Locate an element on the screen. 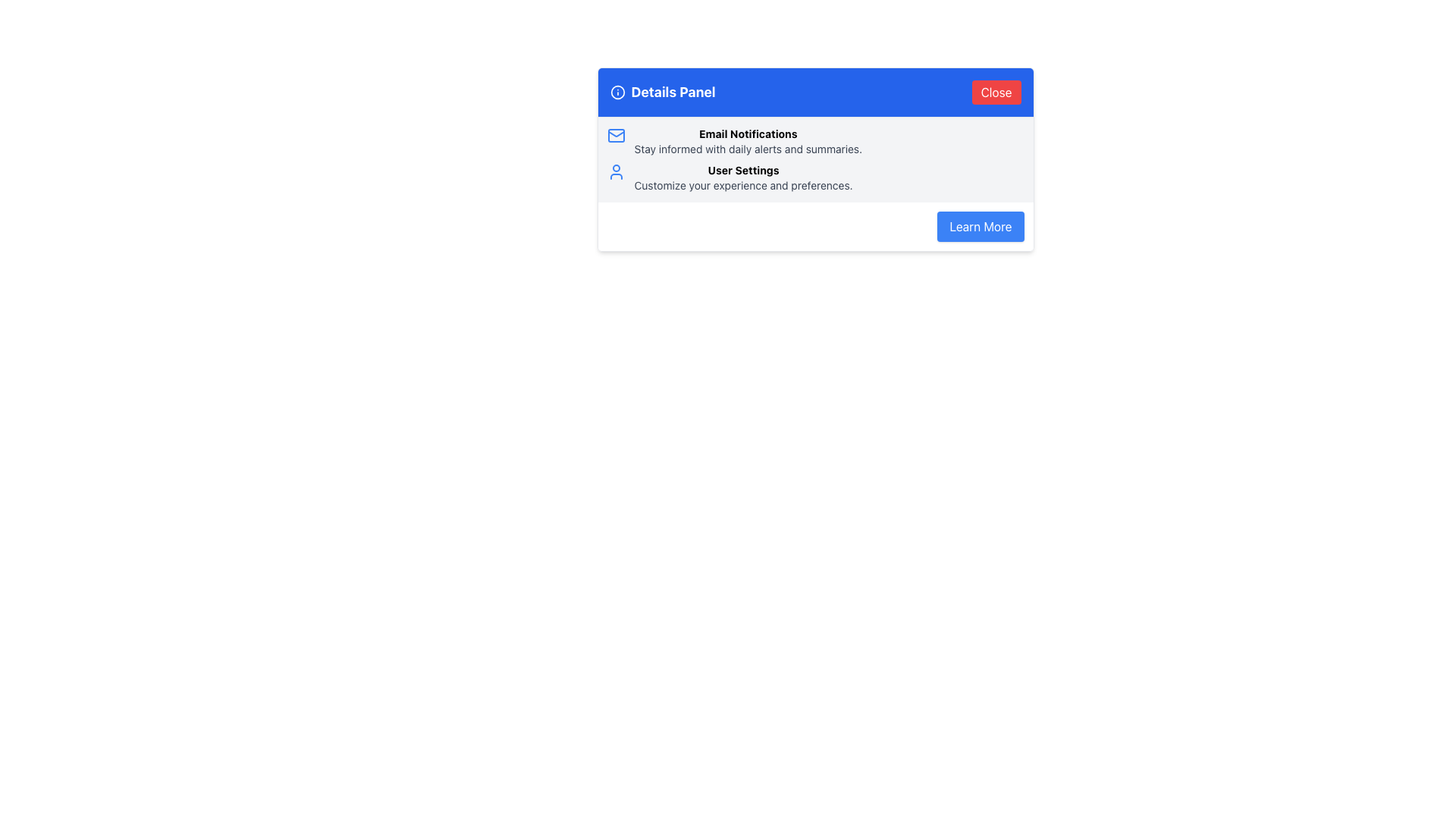  the 'Details Panel' text label located centrally in the header of the pop-up panel, positioned to the right of the information icon is located at coordinates (673, 93).